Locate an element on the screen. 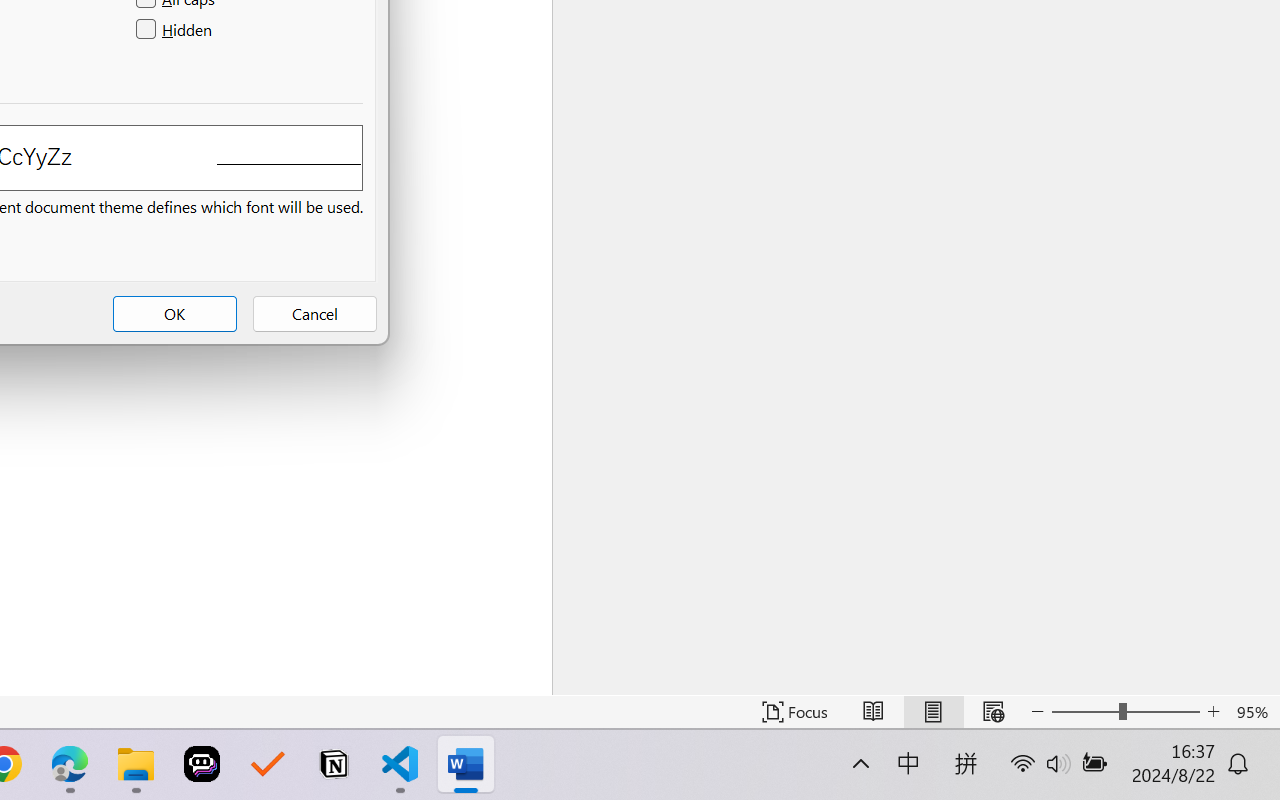  'Cancel' is located at coordinates (313, 313).